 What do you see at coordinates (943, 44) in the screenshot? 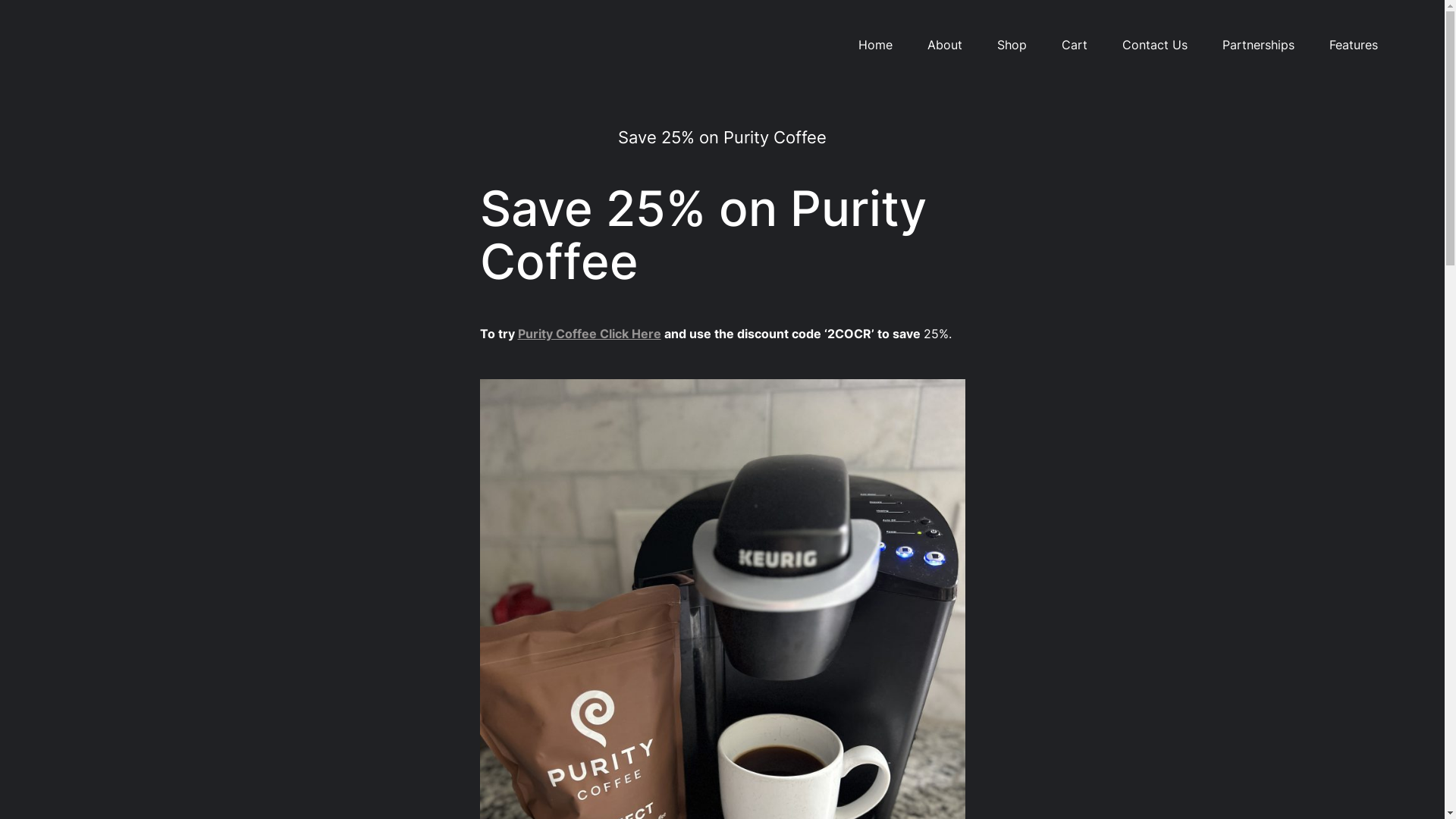
I see `'About'` at bounding box center [943, 44].